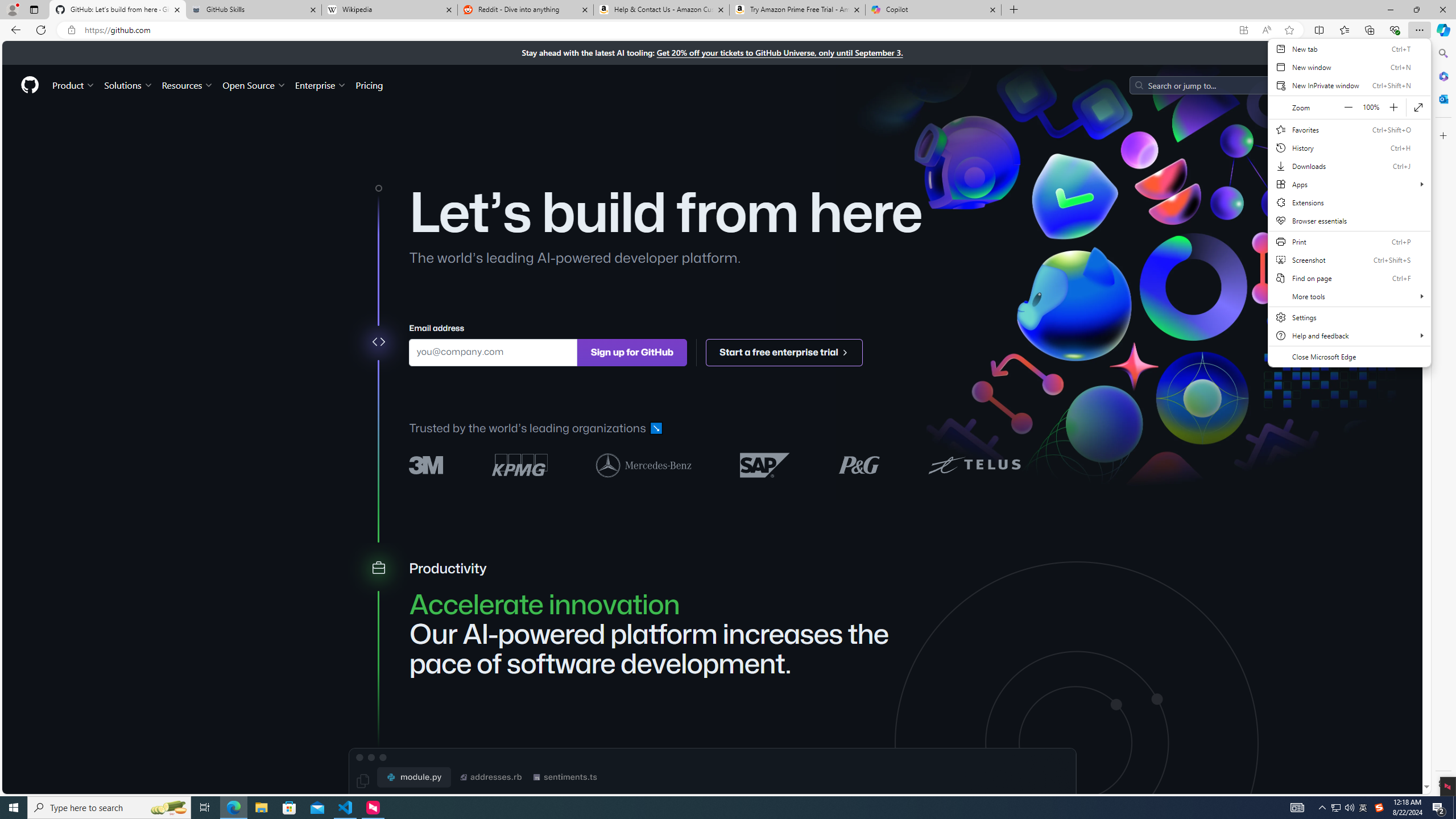 Image resolution: width=1456 pixels, height=819 pixels. What do you see at coordinates (255, 85) in the screenshot?
I see `'Open Source'` at bounding box center [255, 85].